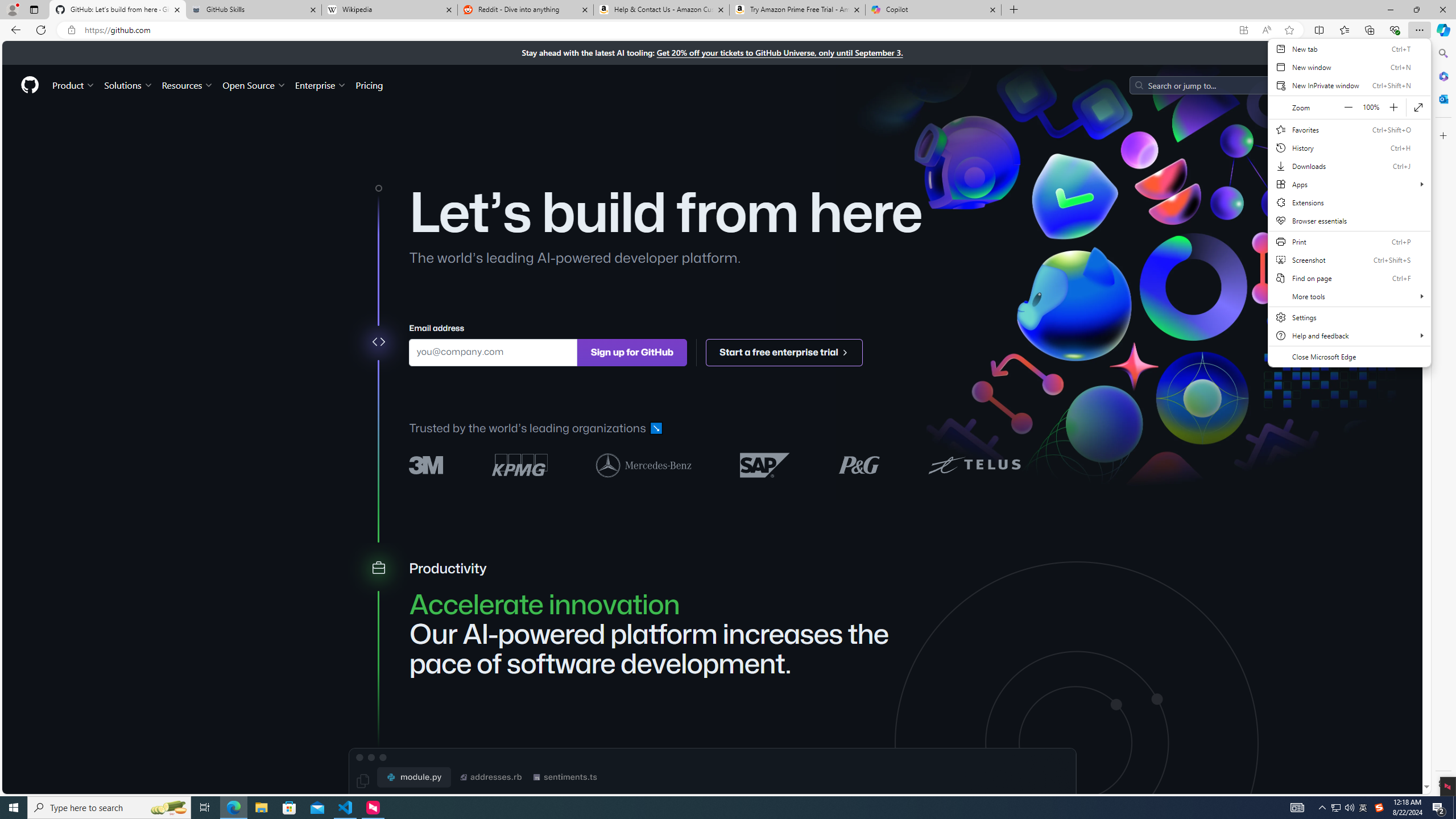 Image resolution: width=1456 pixels, height=819 pixels. What do you see at coordinates (255, 85) in the screenshot?
I see `'Open Source'` at bounding box center [255, 85].